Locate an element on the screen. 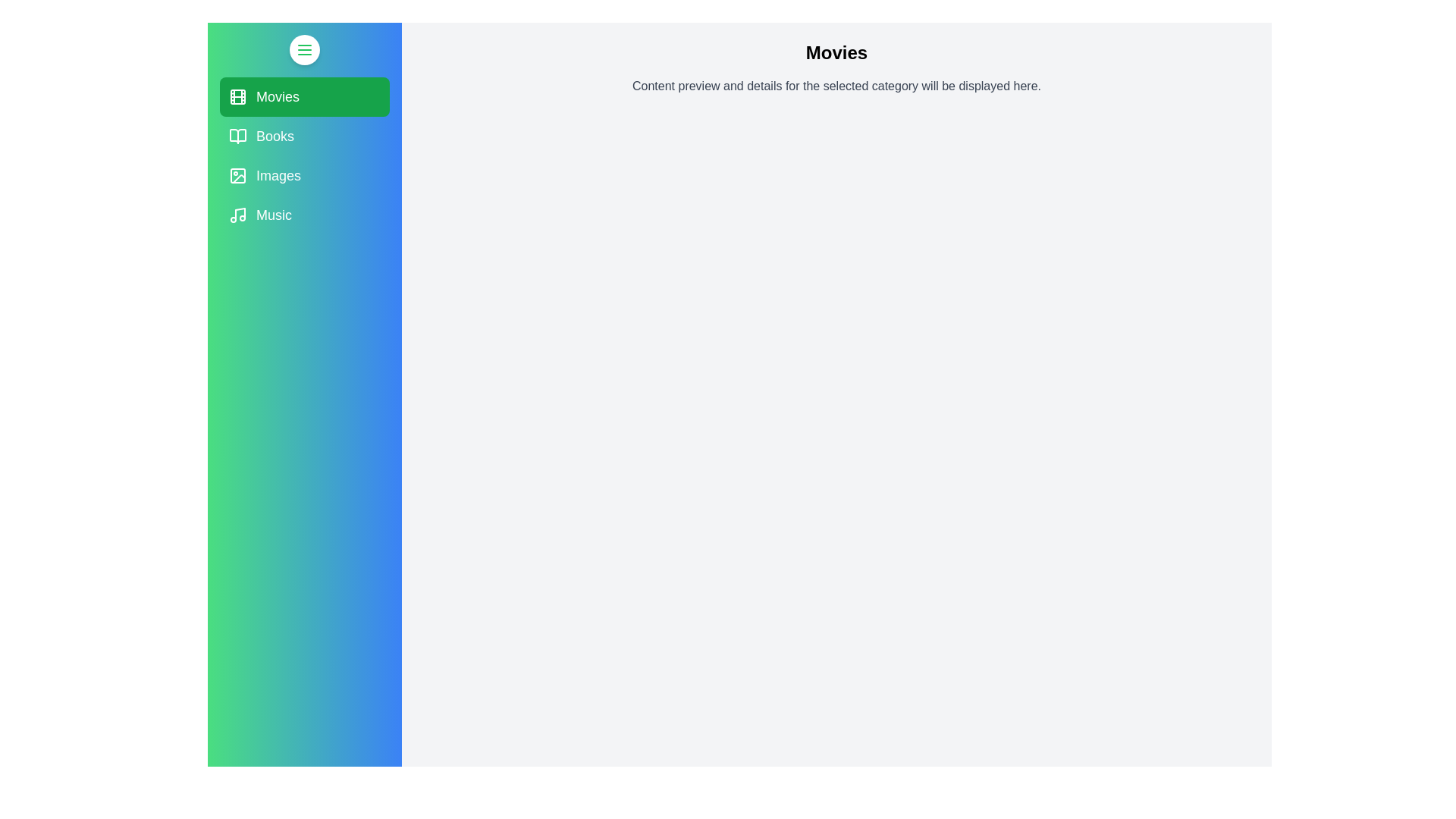  the category Movies to view its details is located at coordinates (304, 96).